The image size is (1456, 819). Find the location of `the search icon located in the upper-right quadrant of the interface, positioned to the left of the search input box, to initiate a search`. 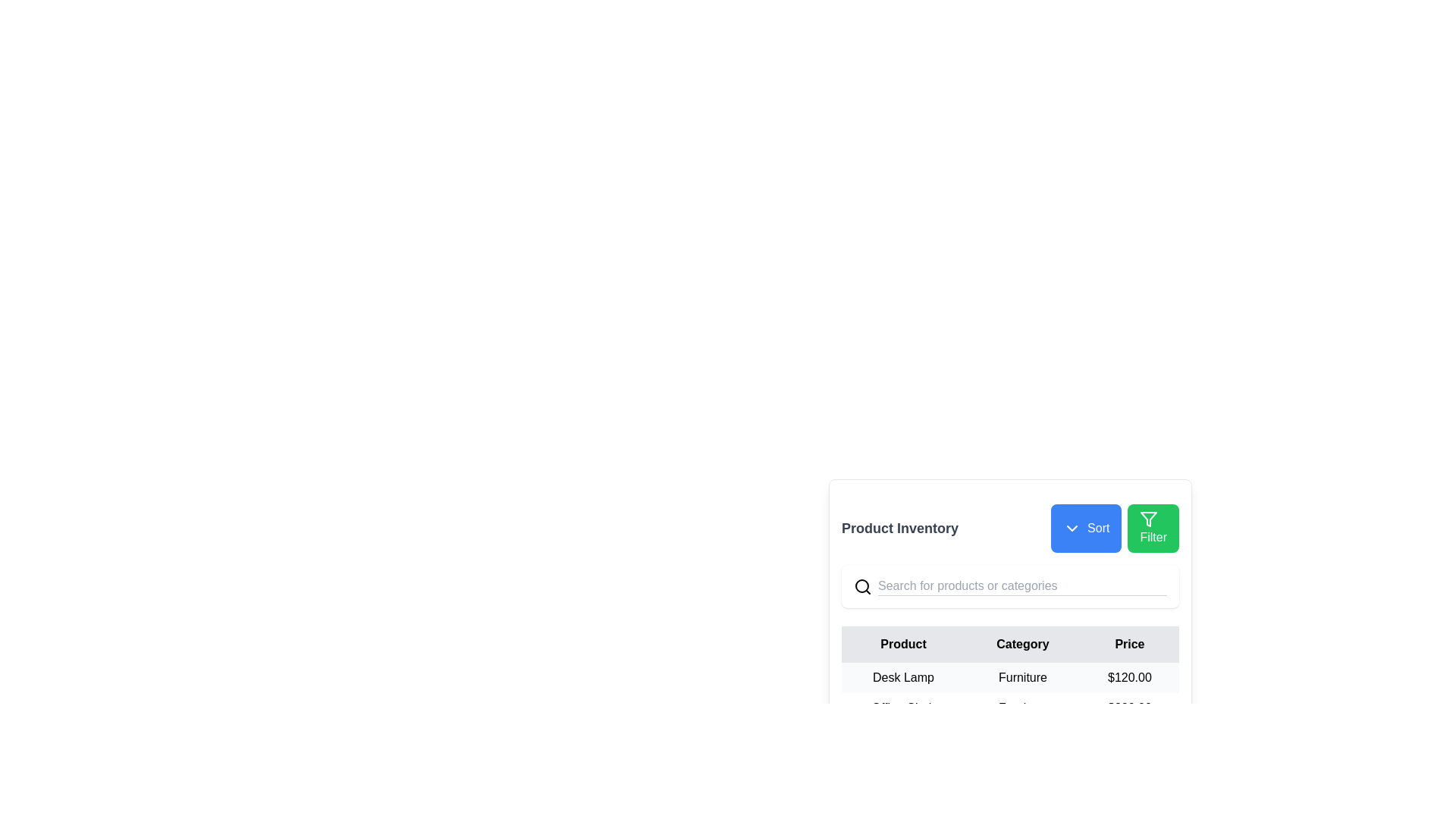

the search icon located in the upper-right quadrant of the interface, positioned to the left of the search input box, to initiate a search is located at coordinates (862, 585).